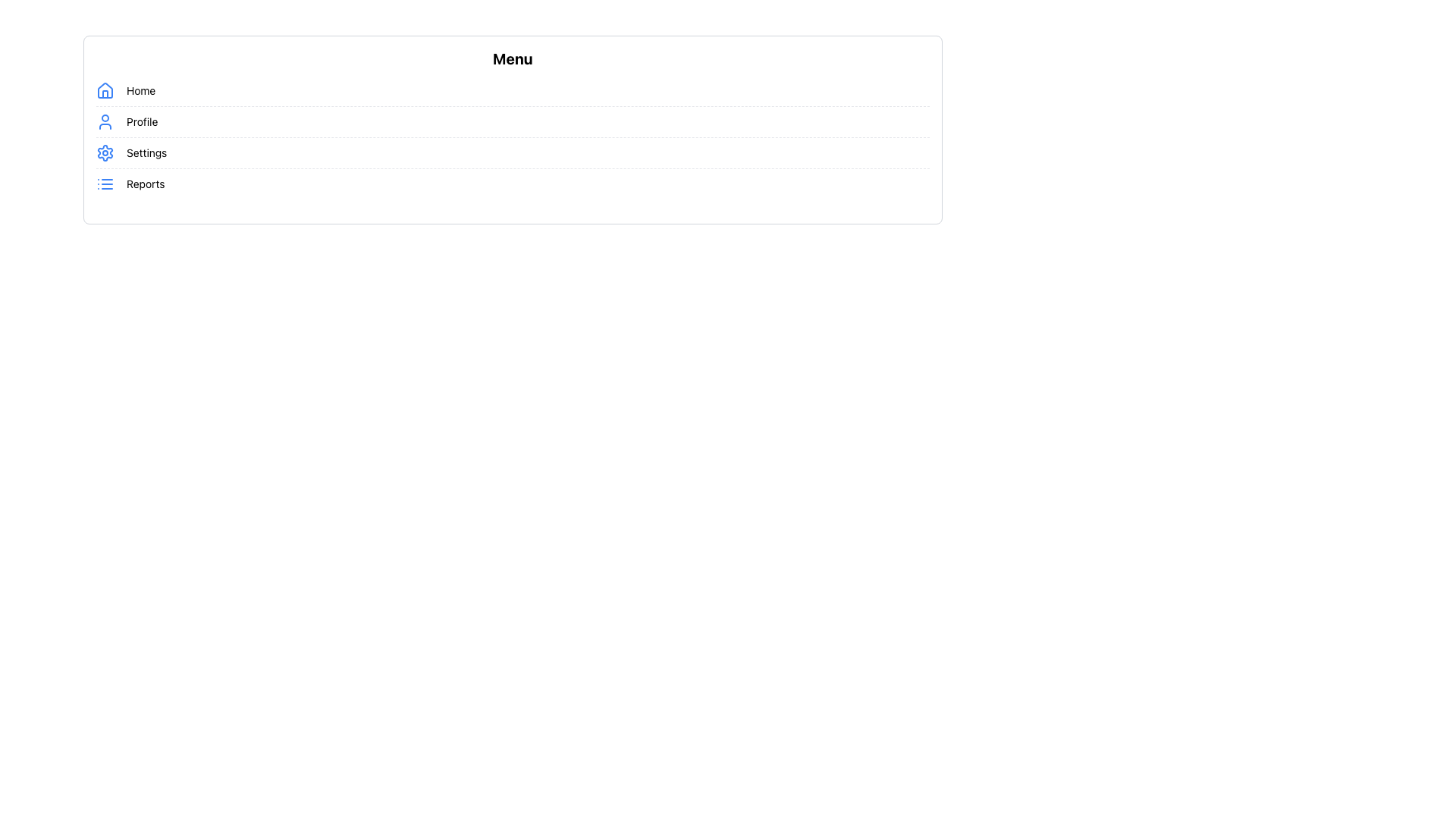  Describe the element at coordinates (105, 152) in the screenshot. I see `the gear-like icon representing the 'Settings' functionality in the menu, located adjacent to the 'Settings' label` at that location.